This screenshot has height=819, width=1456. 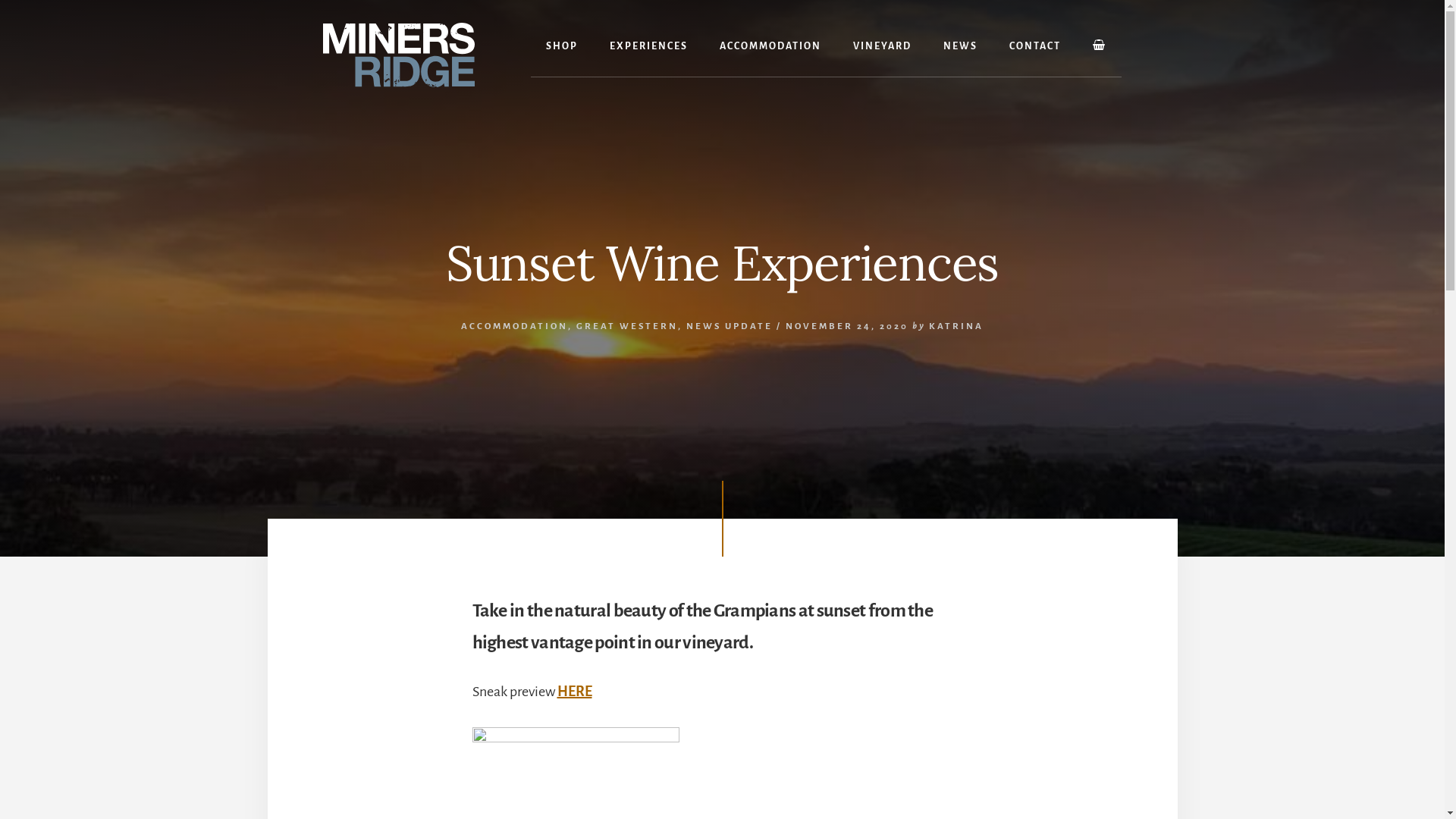 What do you see at coordinates (959, 45) in the screenshot?
I see `'NEWS'` at bounding box center [959, 45].